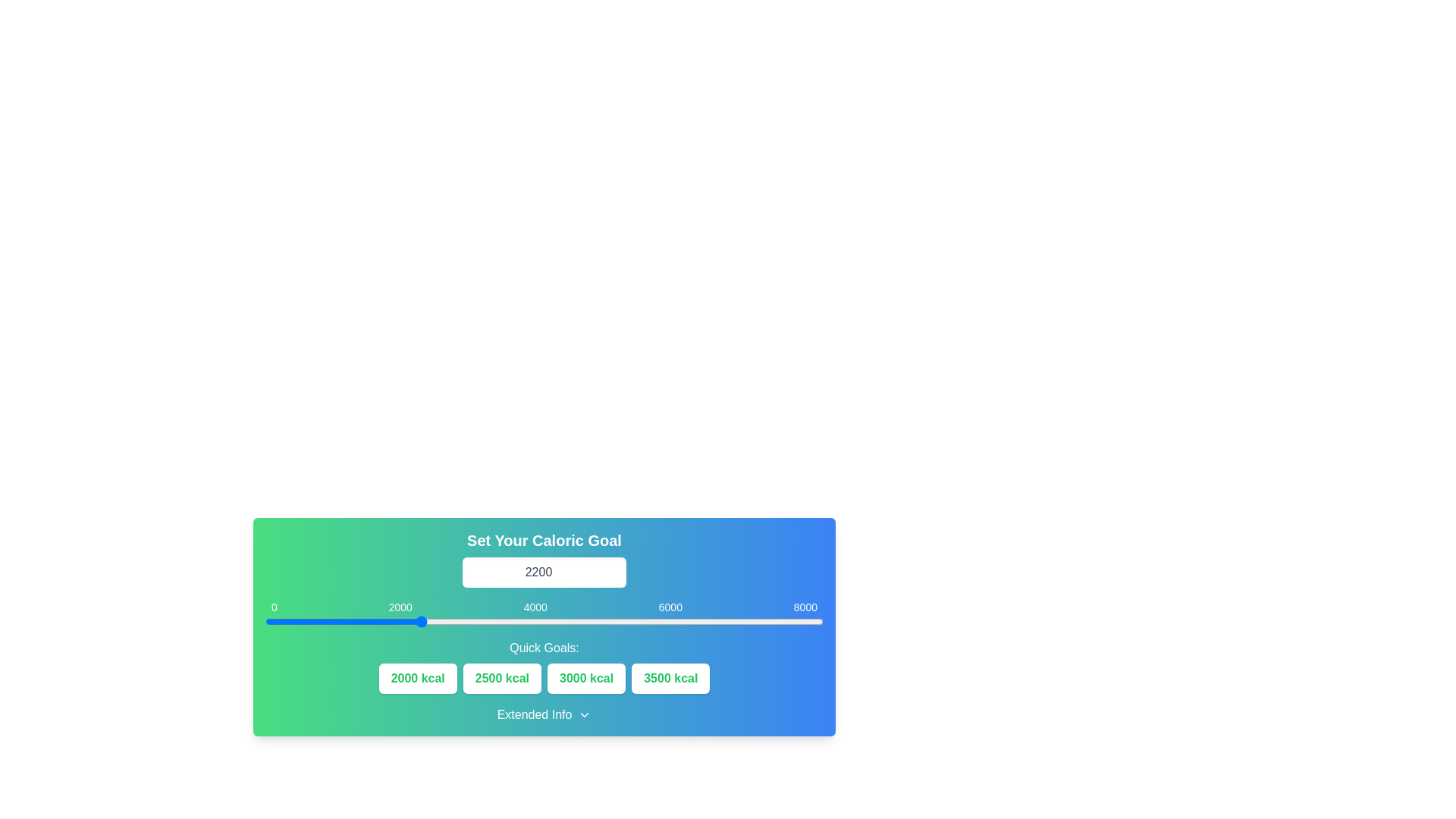 This screenshot has width=1456, height=819. I want to click on the calorie goal, so click(305, 622).